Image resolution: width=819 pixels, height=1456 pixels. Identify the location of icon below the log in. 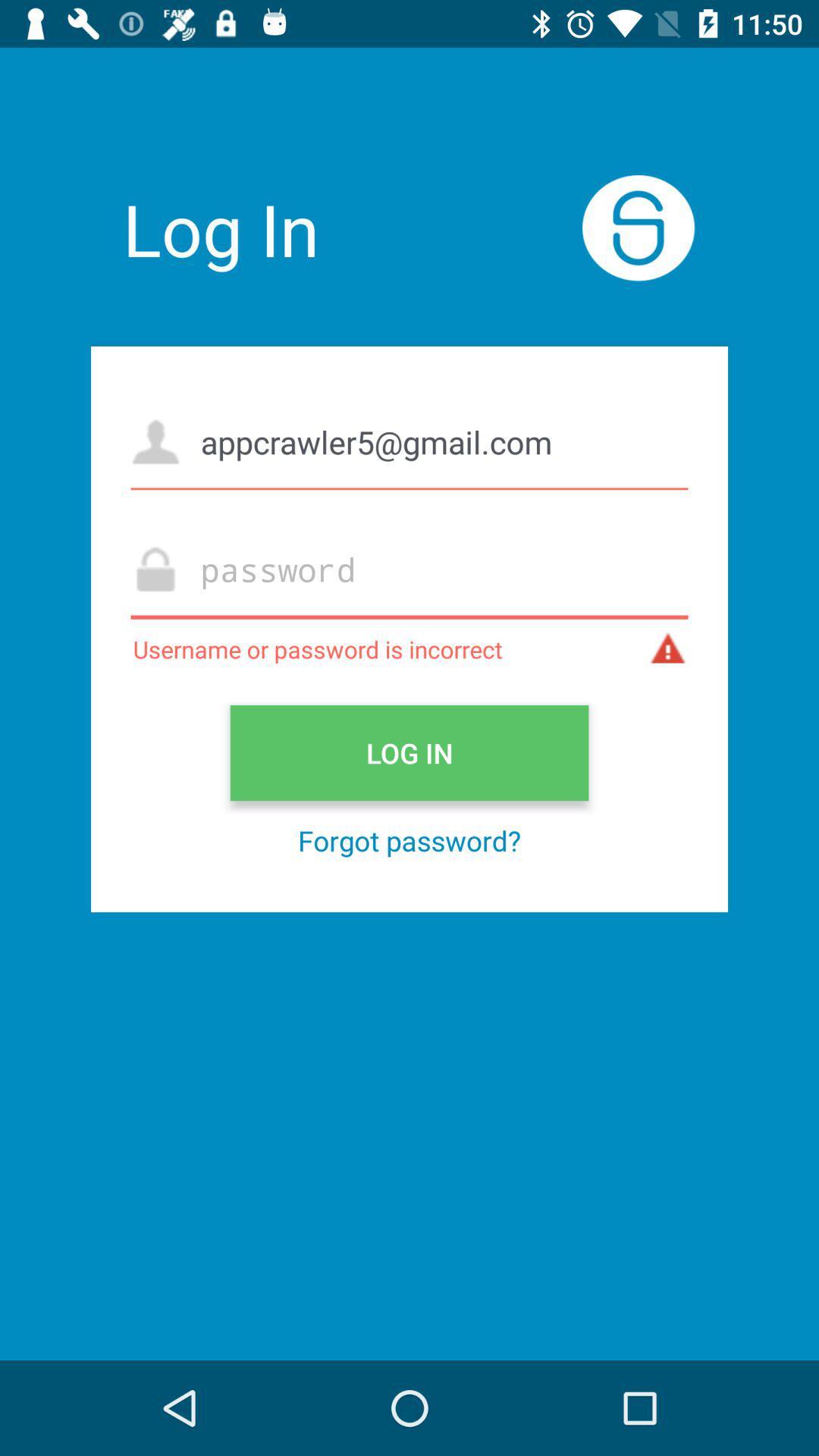
(409, 839).